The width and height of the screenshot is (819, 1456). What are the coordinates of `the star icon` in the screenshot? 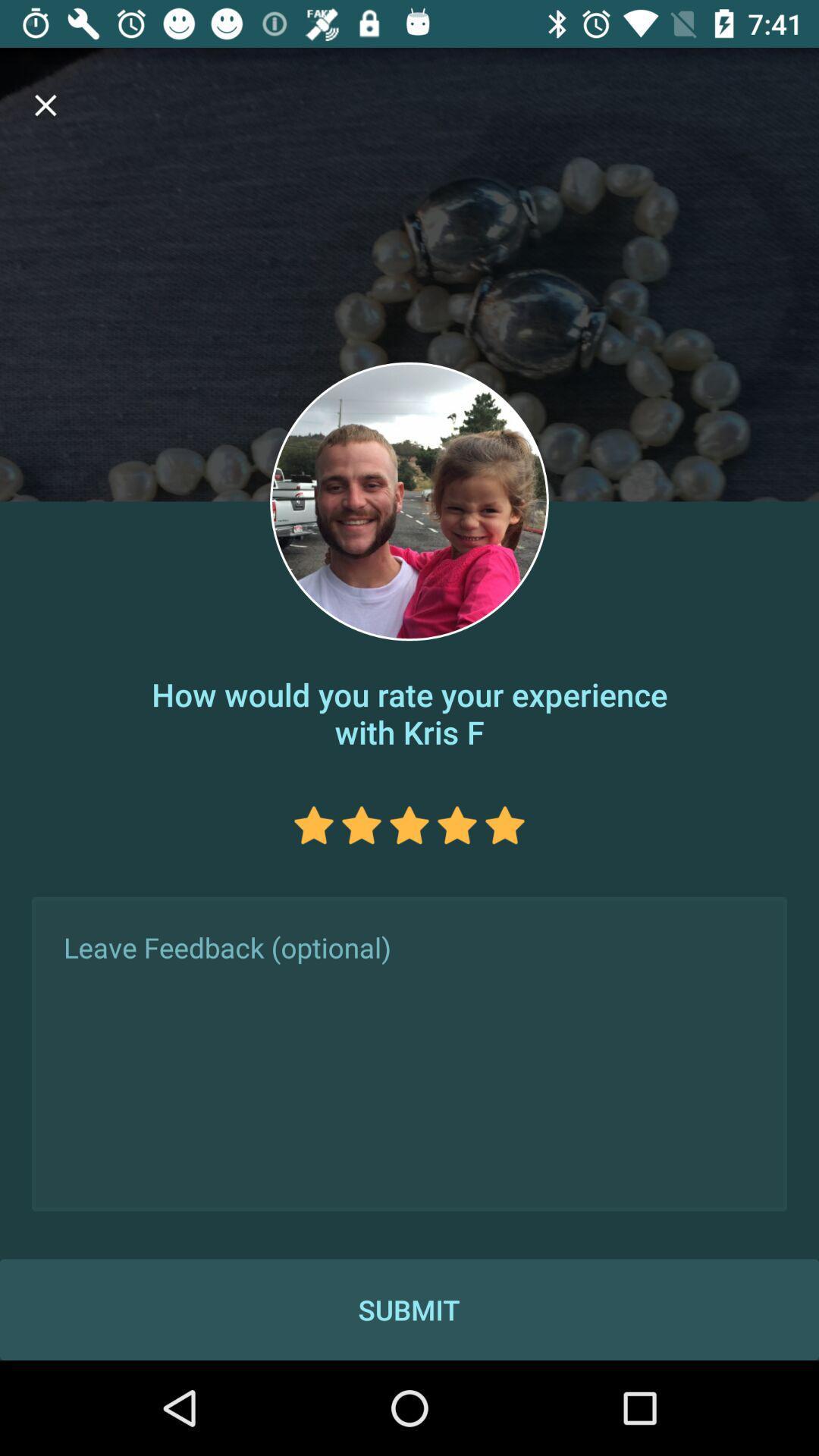 It's located at (456, 824).